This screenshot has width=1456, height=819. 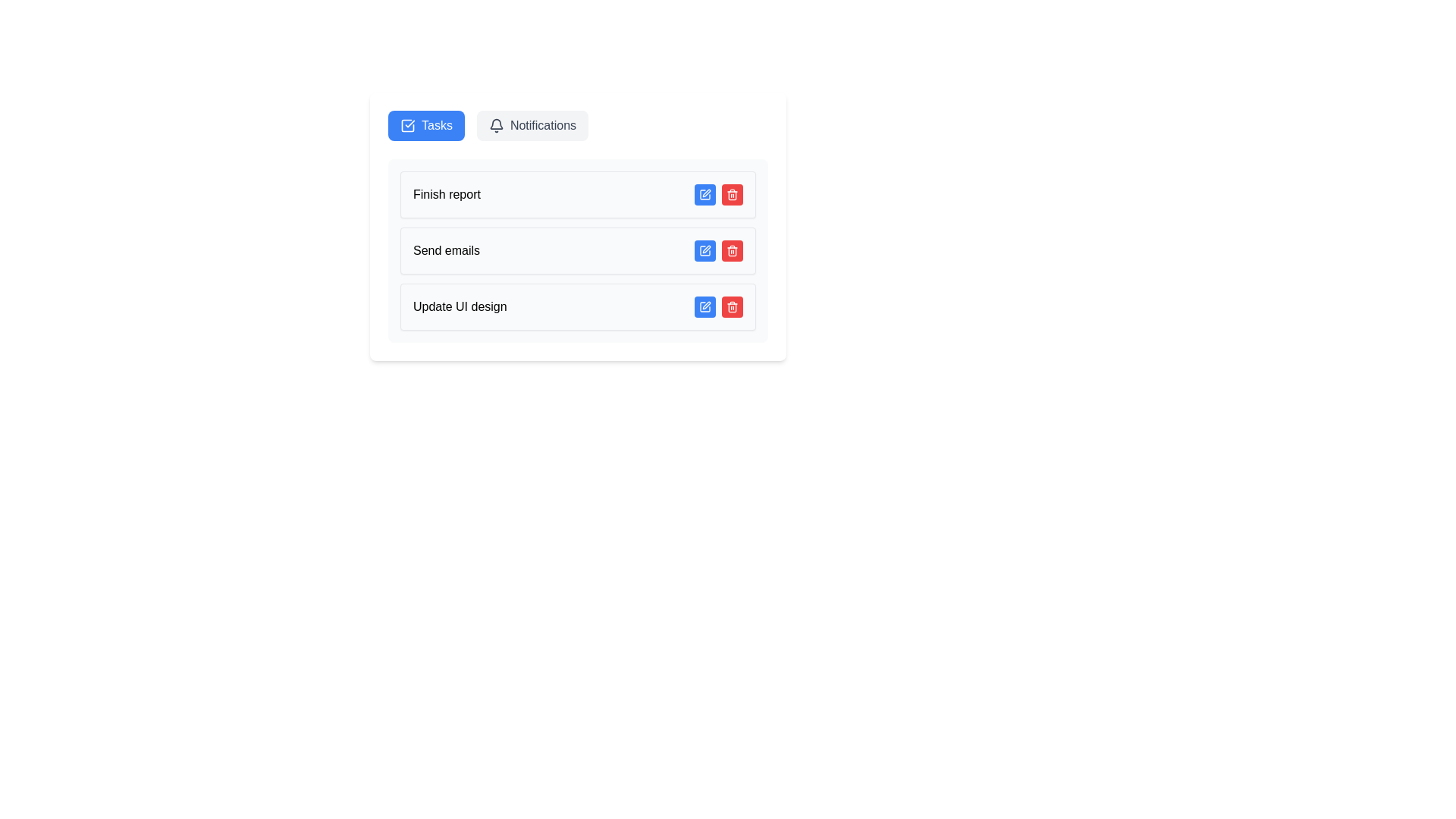 What do you see at coordinates (496, 124) in the screenshot?
I see `the notification icon located to the left of the 'Notifications' text in the upper-right corner of the card layout` at bounding box center [496, 124].